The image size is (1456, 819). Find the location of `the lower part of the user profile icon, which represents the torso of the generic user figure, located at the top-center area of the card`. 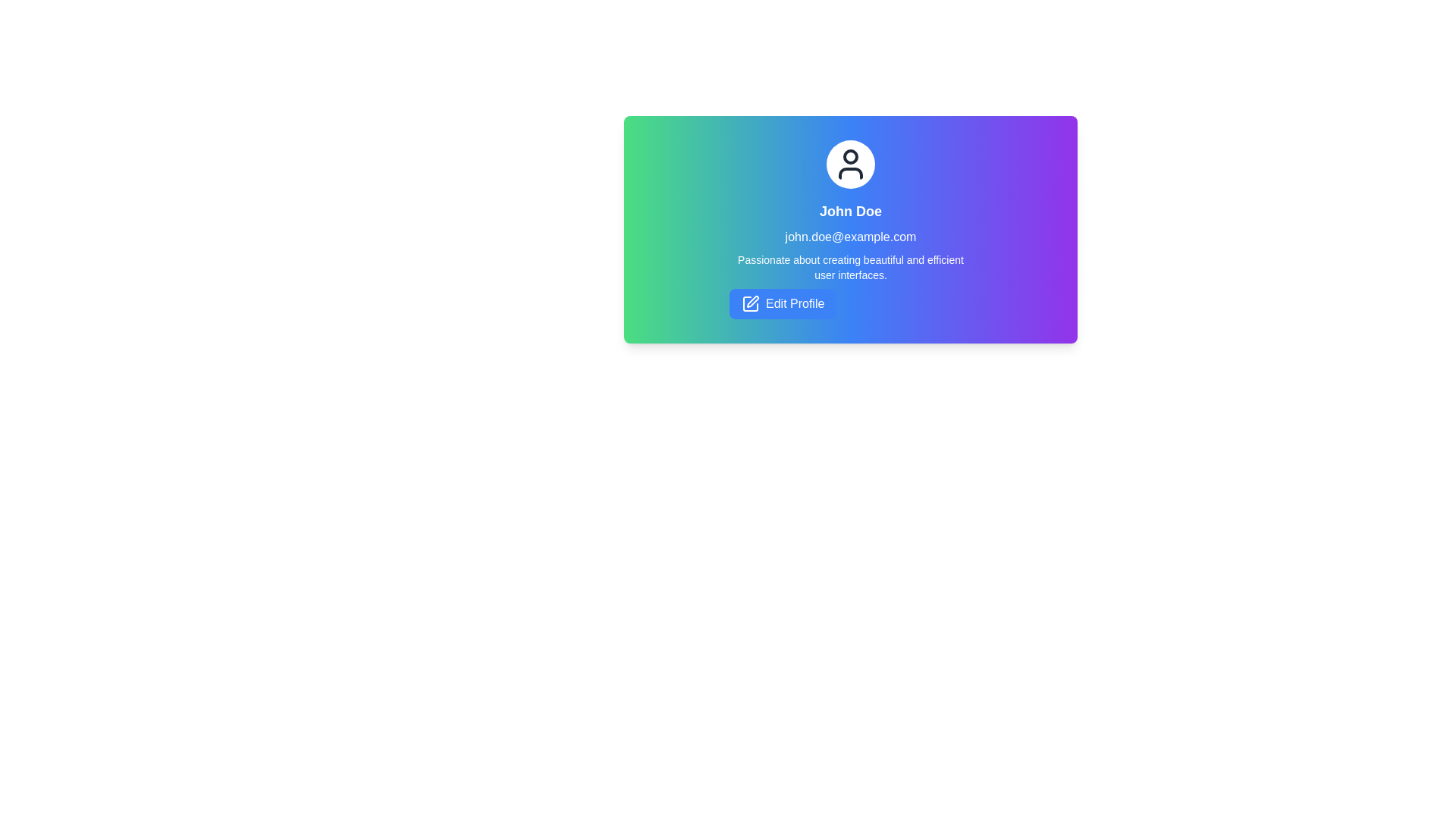

the lower part of the user profile icon, which represents the torso of the generic user figure, located at the top-center area of the card is located at coordinates (851, 172).